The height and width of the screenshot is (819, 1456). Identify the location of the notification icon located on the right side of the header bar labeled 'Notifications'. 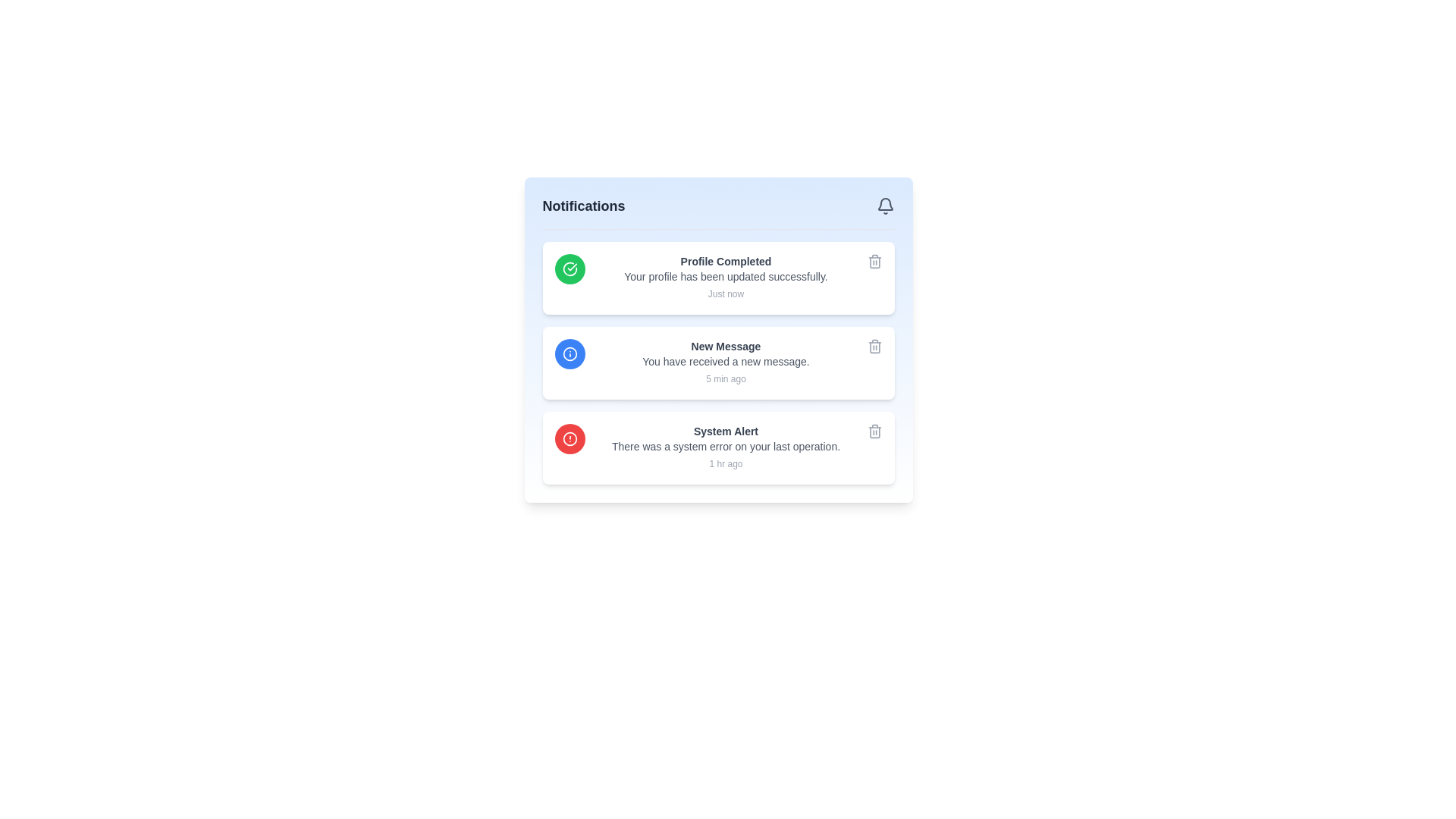
(885, 206).